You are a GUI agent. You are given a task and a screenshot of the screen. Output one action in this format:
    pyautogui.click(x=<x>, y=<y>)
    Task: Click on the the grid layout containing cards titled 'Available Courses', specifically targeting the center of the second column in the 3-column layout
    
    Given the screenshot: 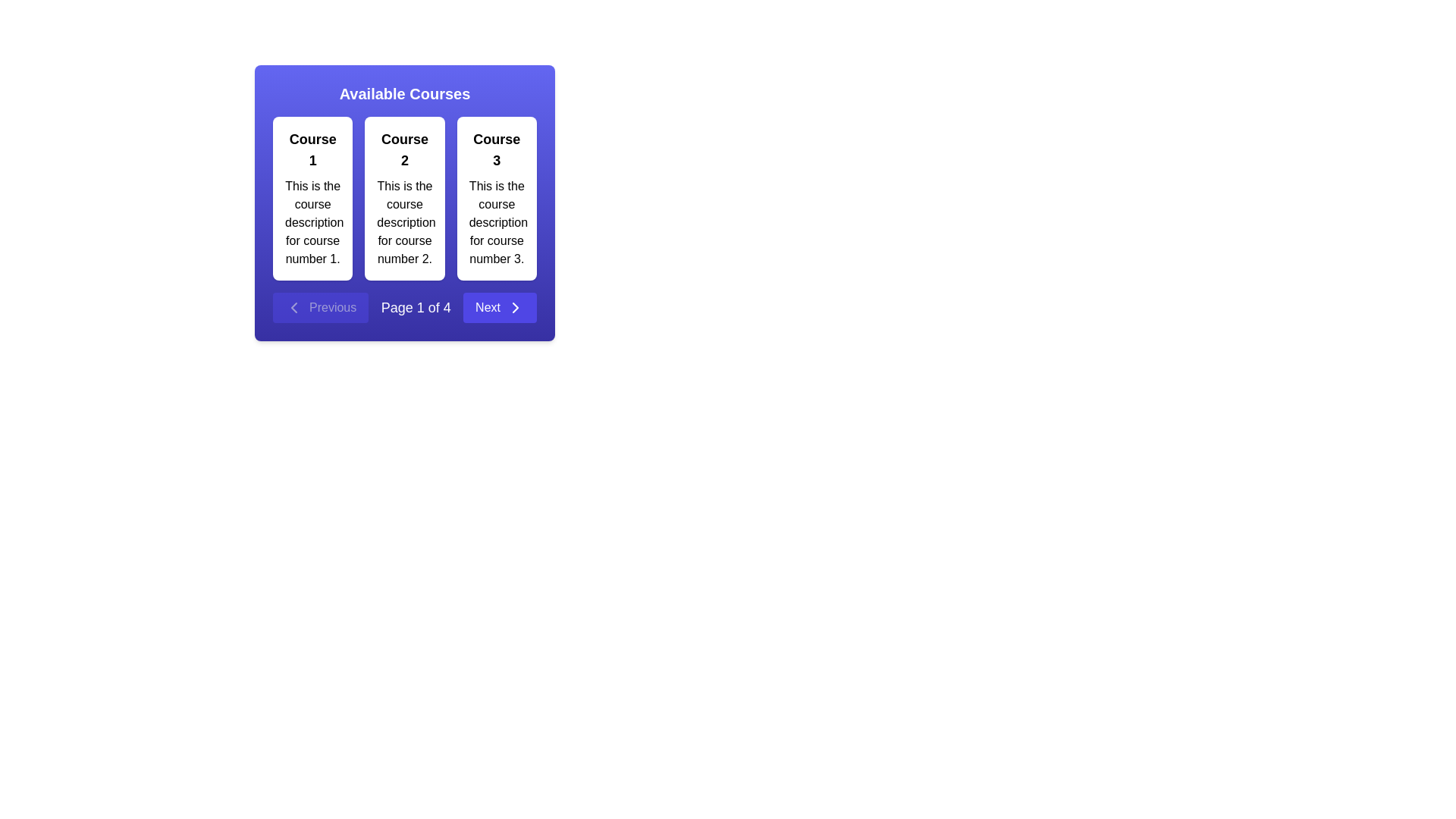 What is the action you would take?
    pyautogui.click(x=404, y=198)
    